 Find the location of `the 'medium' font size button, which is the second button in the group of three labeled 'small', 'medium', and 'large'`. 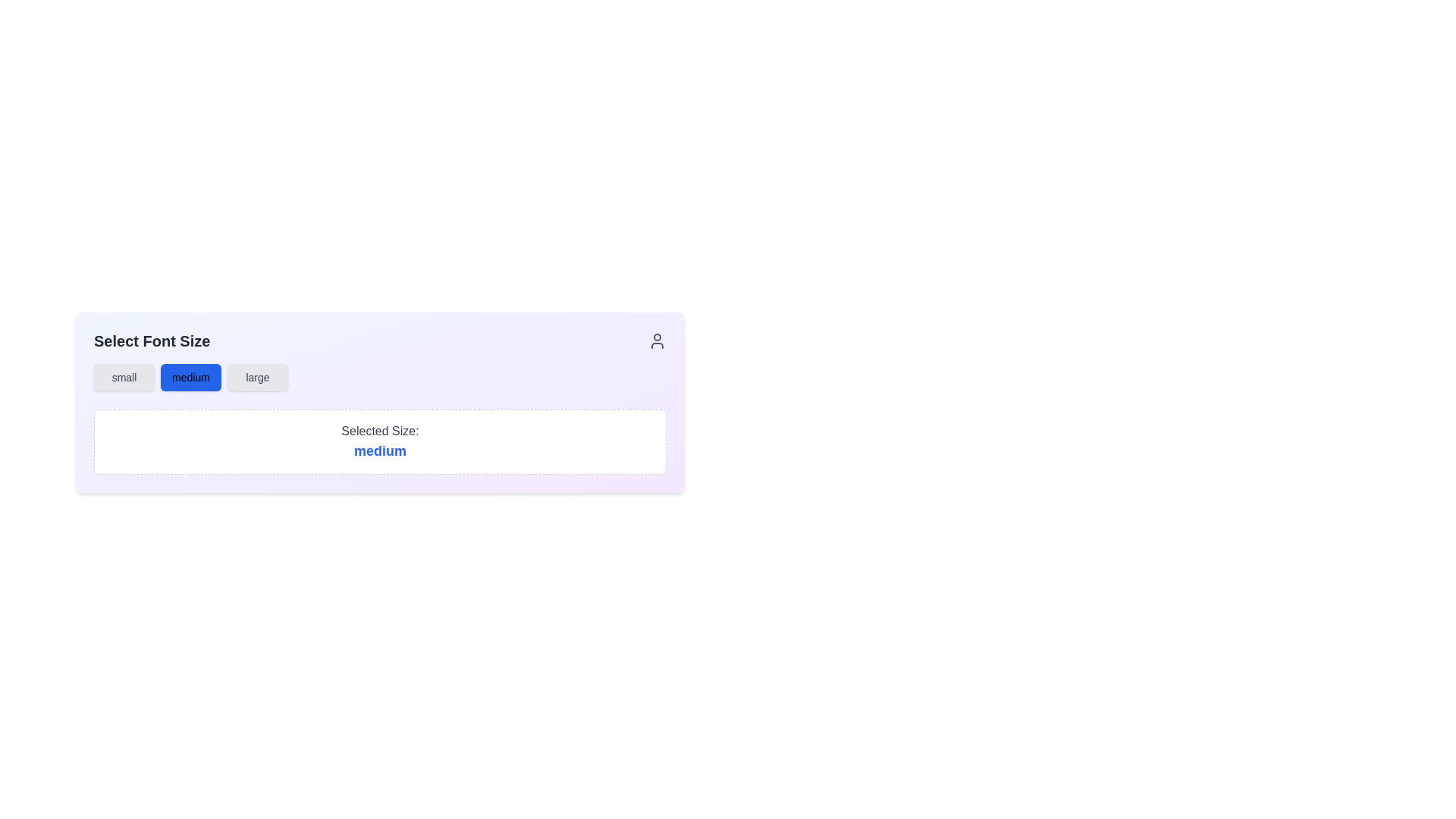

the 'medium' font size button, which is the second button in the group of three labeled 'small', 'medium', and 'large' is located at coordinates (190, 376).